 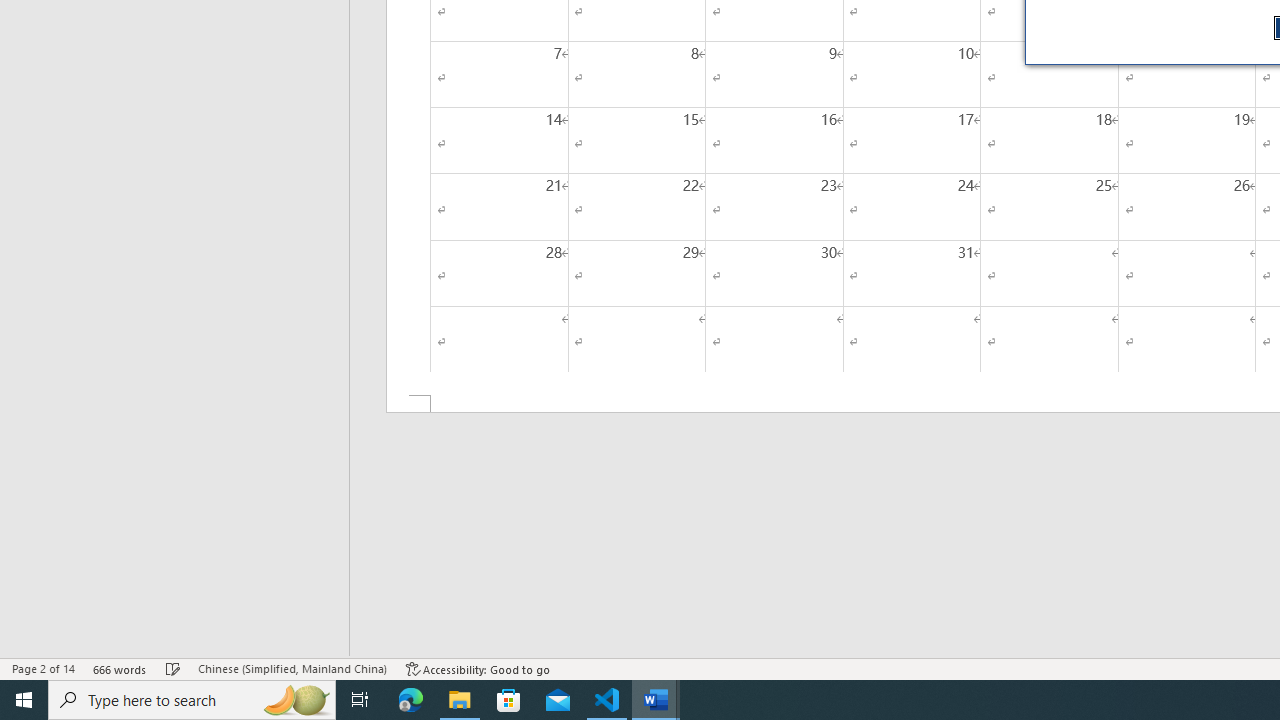 What do you see at coordinates (43, 669) in the screenshot?
I see `'Page Number Page 2 of 14'` at bounding box center [43, 669].